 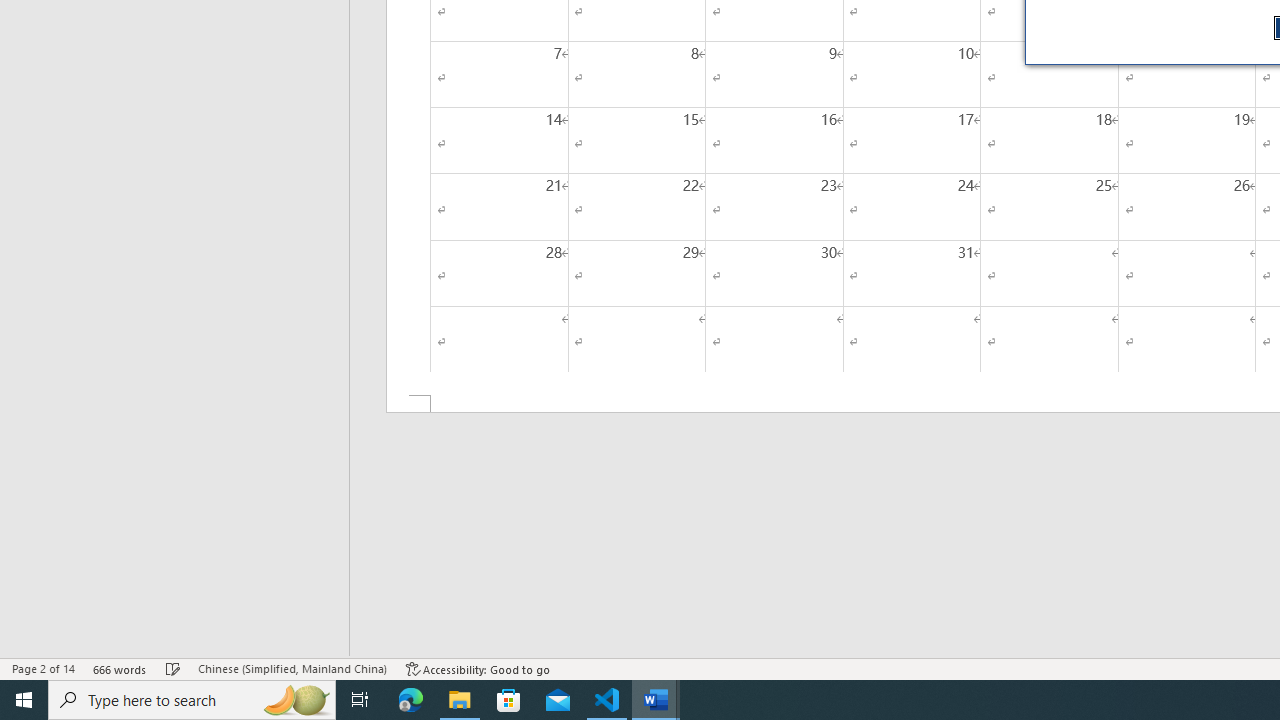 What do you see at coordinates (43, 669) in the screenshot?
I see `'Page Number Page 2 of 14'` at bounding box center [43, 669].